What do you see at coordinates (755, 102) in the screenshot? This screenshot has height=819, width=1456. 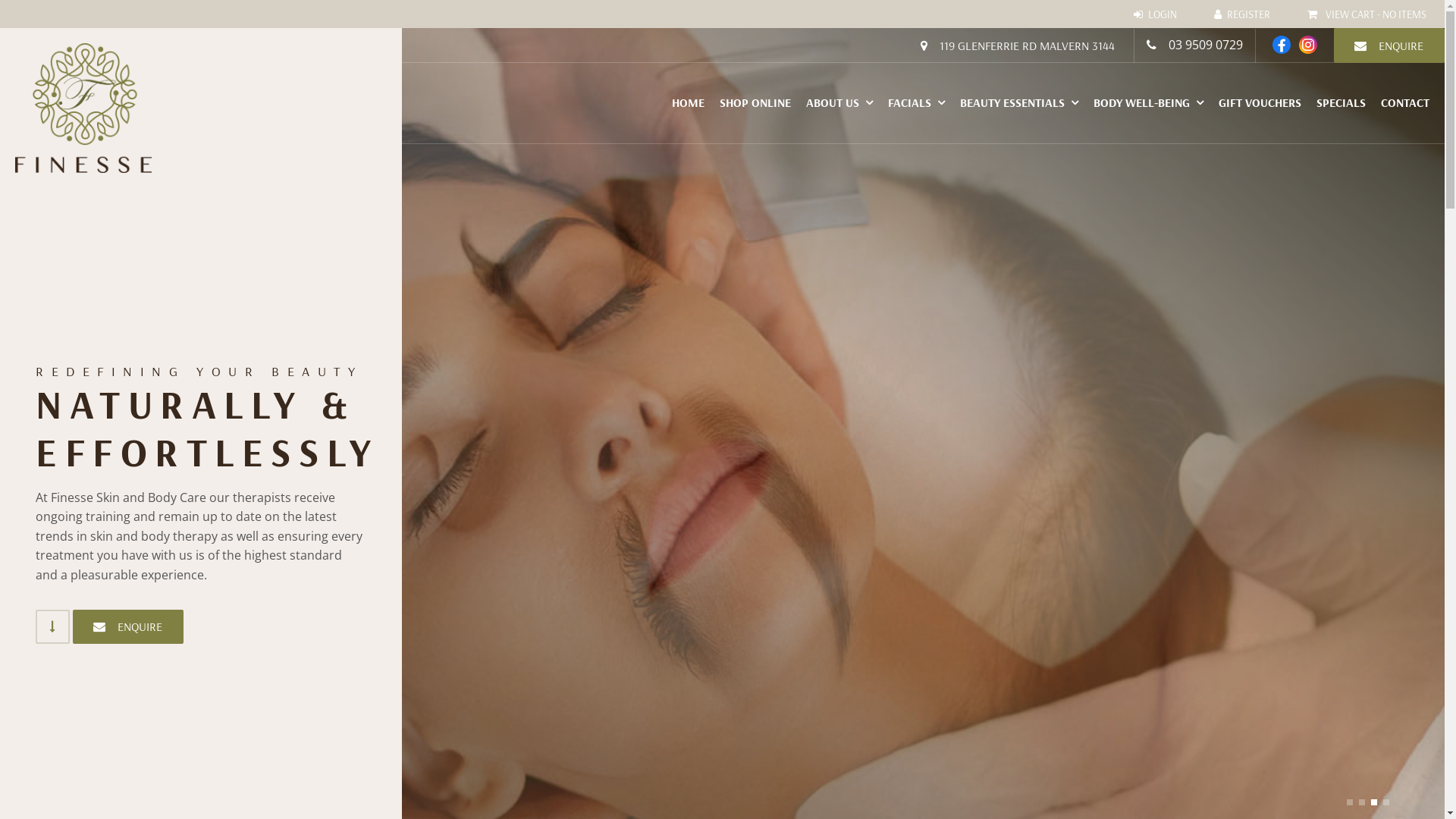 I see `'SHOP ONLINE'` at bounding box center [755, 102].